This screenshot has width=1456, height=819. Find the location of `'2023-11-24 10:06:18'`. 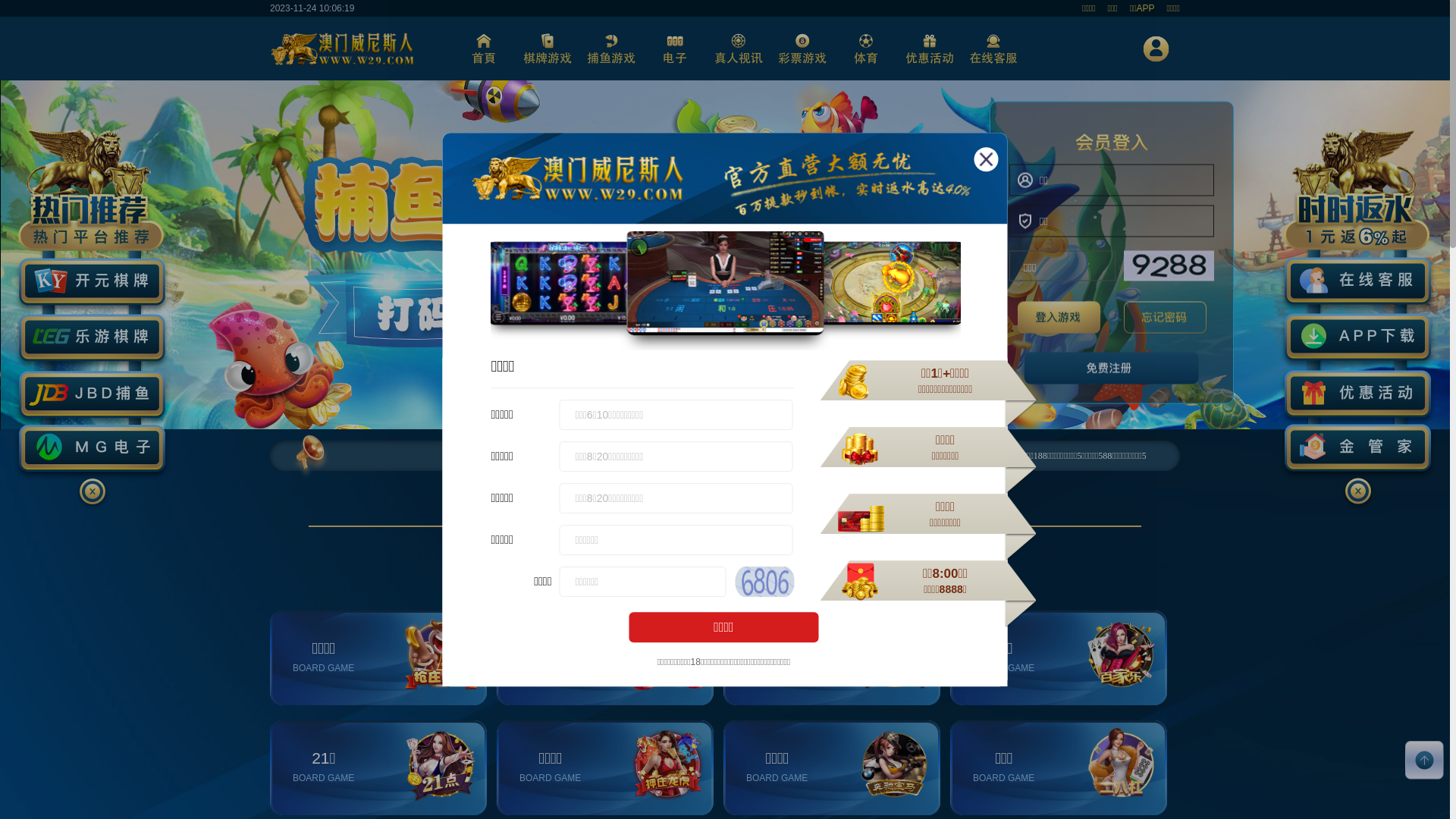

'2023-11-24 10:06:18' is located at coordinates (269, 8).